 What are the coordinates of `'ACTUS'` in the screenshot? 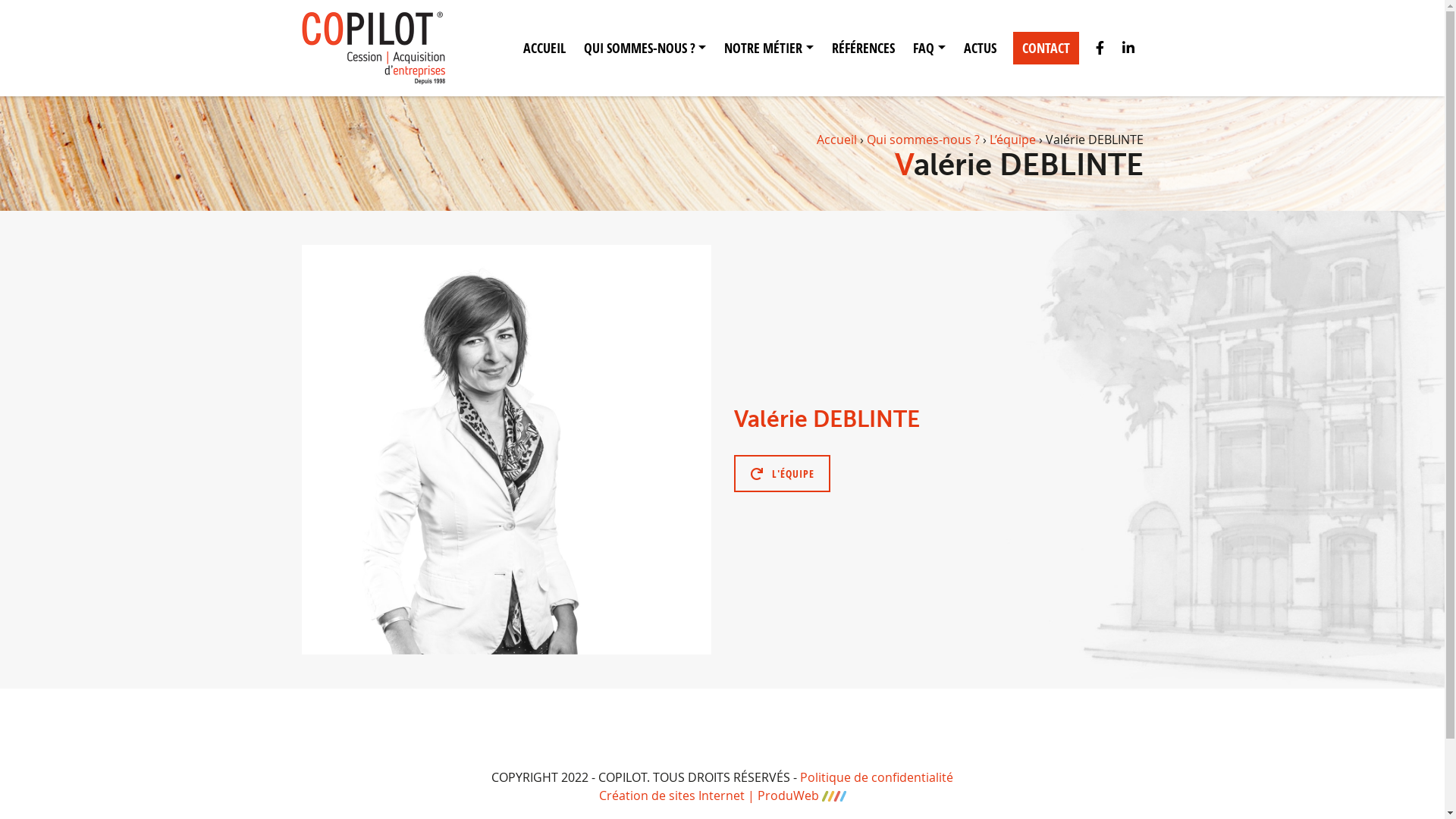 It's located at (979, 47).